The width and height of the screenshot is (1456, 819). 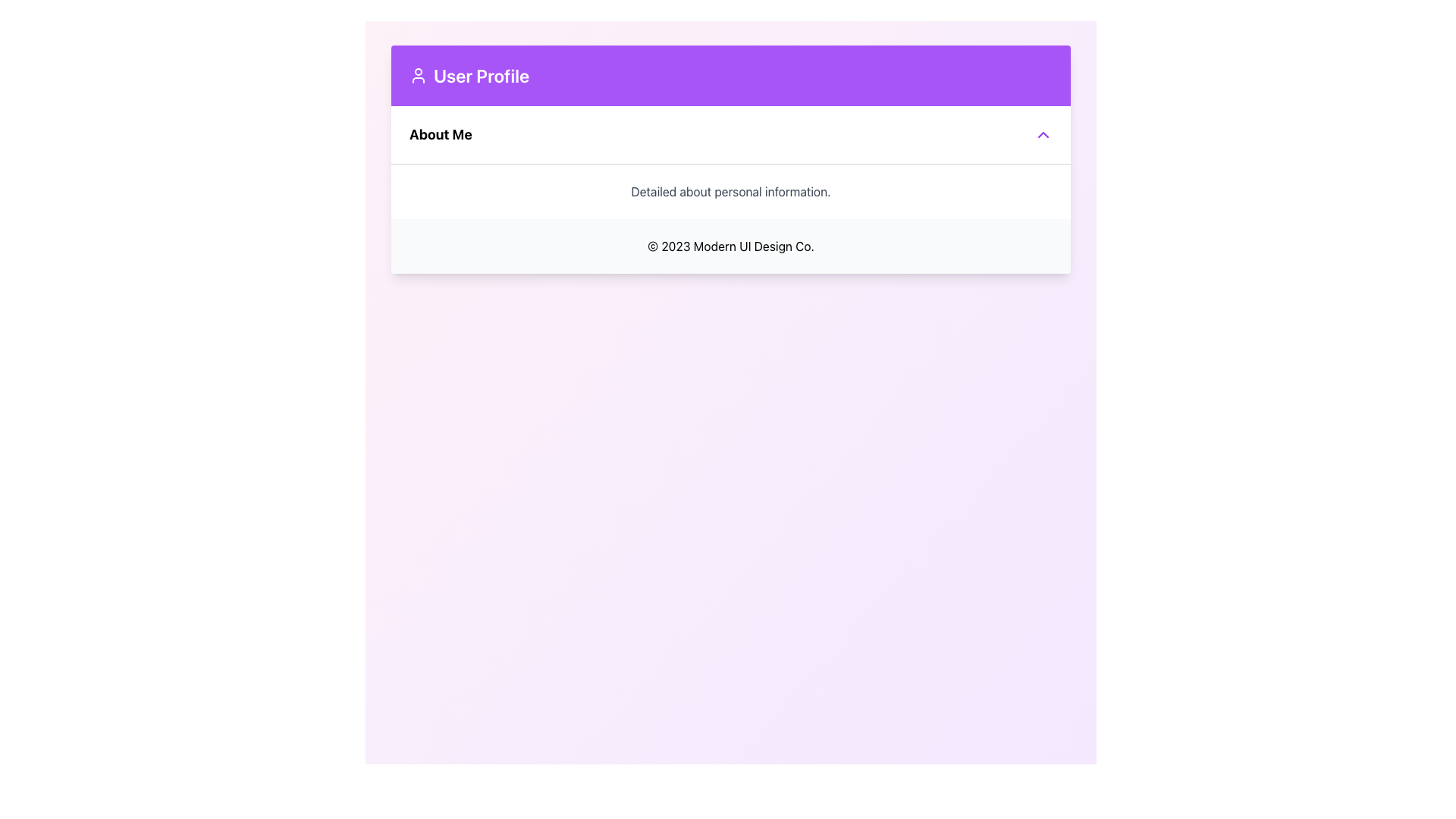 What do you see at coordinates (731, 191) in the screenshot?
I see `the descriptive text element that provides additional details about the user's personal information, located below the 'About Me' section and above the copyright note` at bounding box center [731, 191].